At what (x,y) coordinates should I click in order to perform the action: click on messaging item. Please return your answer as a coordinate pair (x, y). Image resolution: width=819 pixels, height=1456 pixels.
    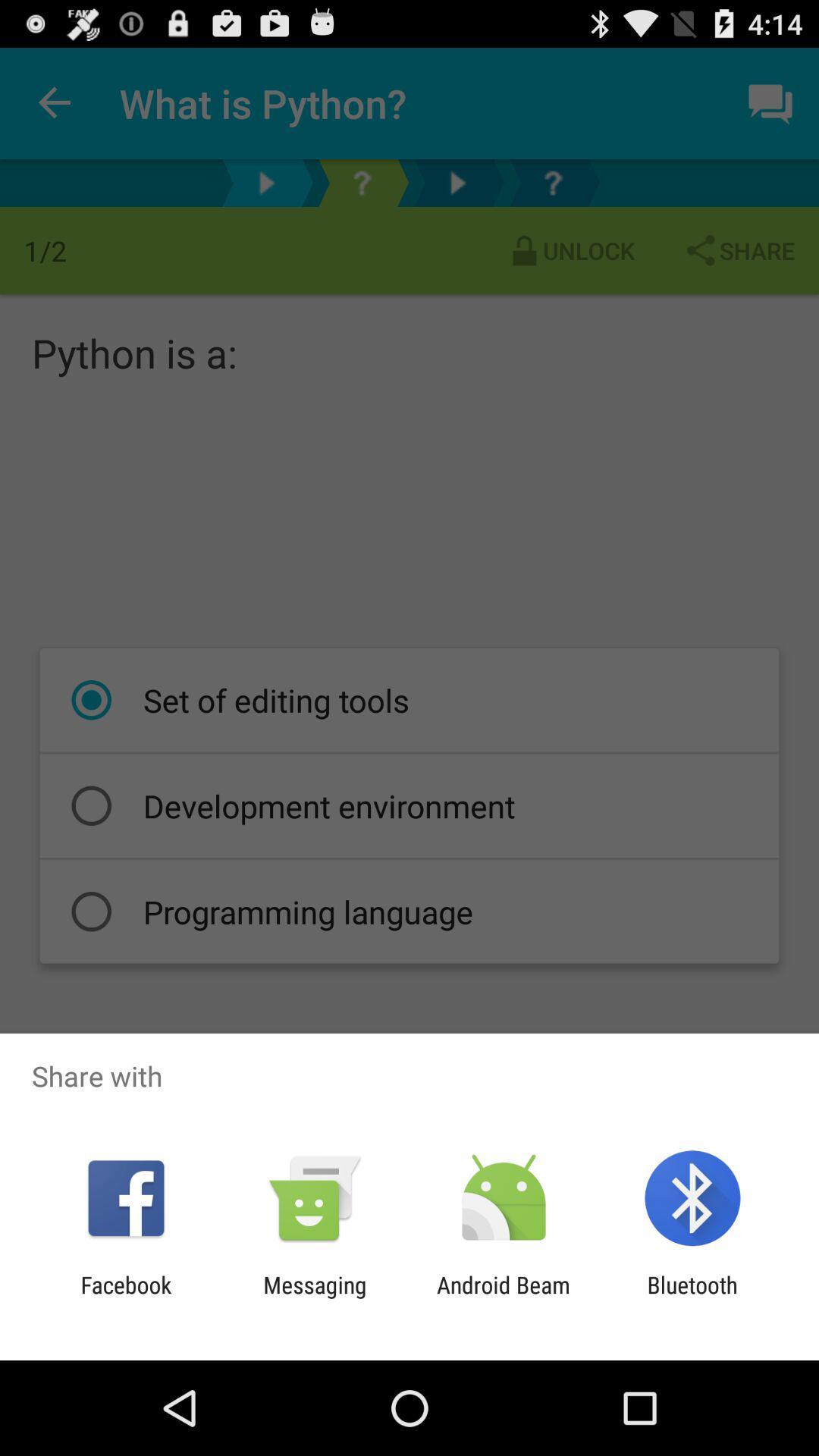
    Looking at the image, I should click on (314, 1298).